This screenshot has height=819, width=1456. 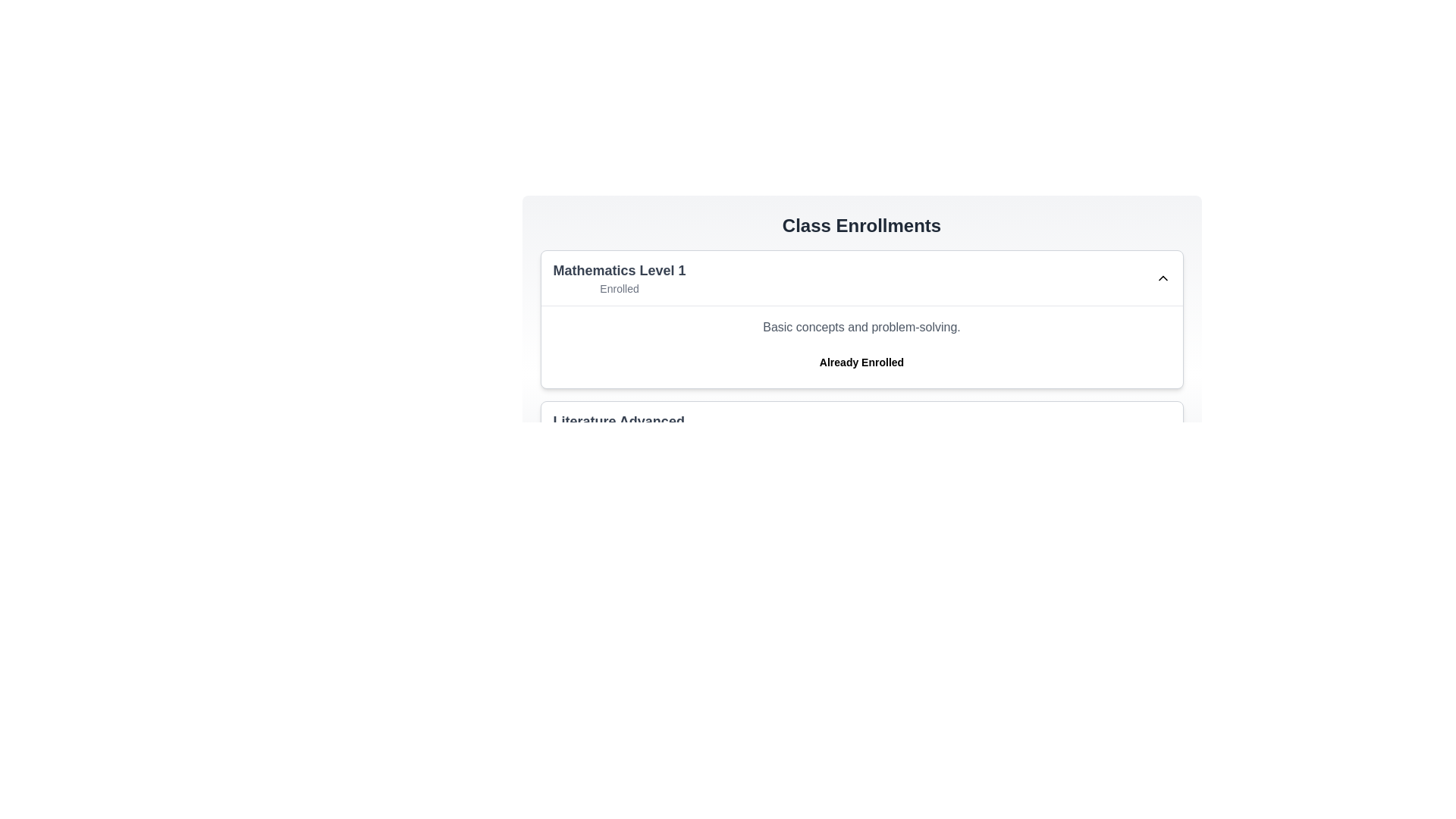 I want to click on the non-interactive status indicator button indicating enrollment in the 'Basic concepts and problem-solving' course within the 'Mathematics Level 1' enrollment card, so click(x=861, y=362).